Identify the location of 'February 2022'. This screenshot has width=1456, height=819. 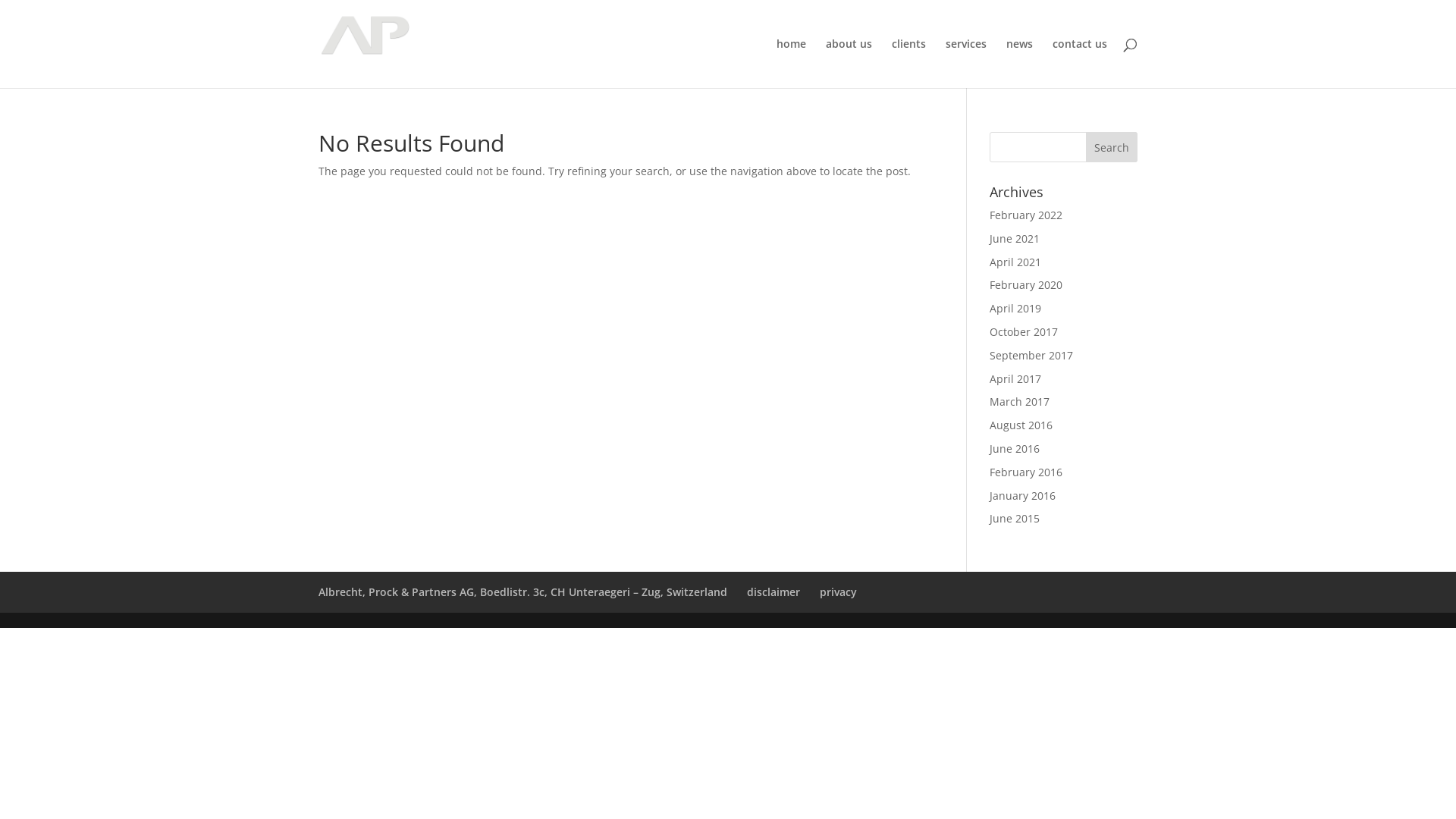
(1026, 215).